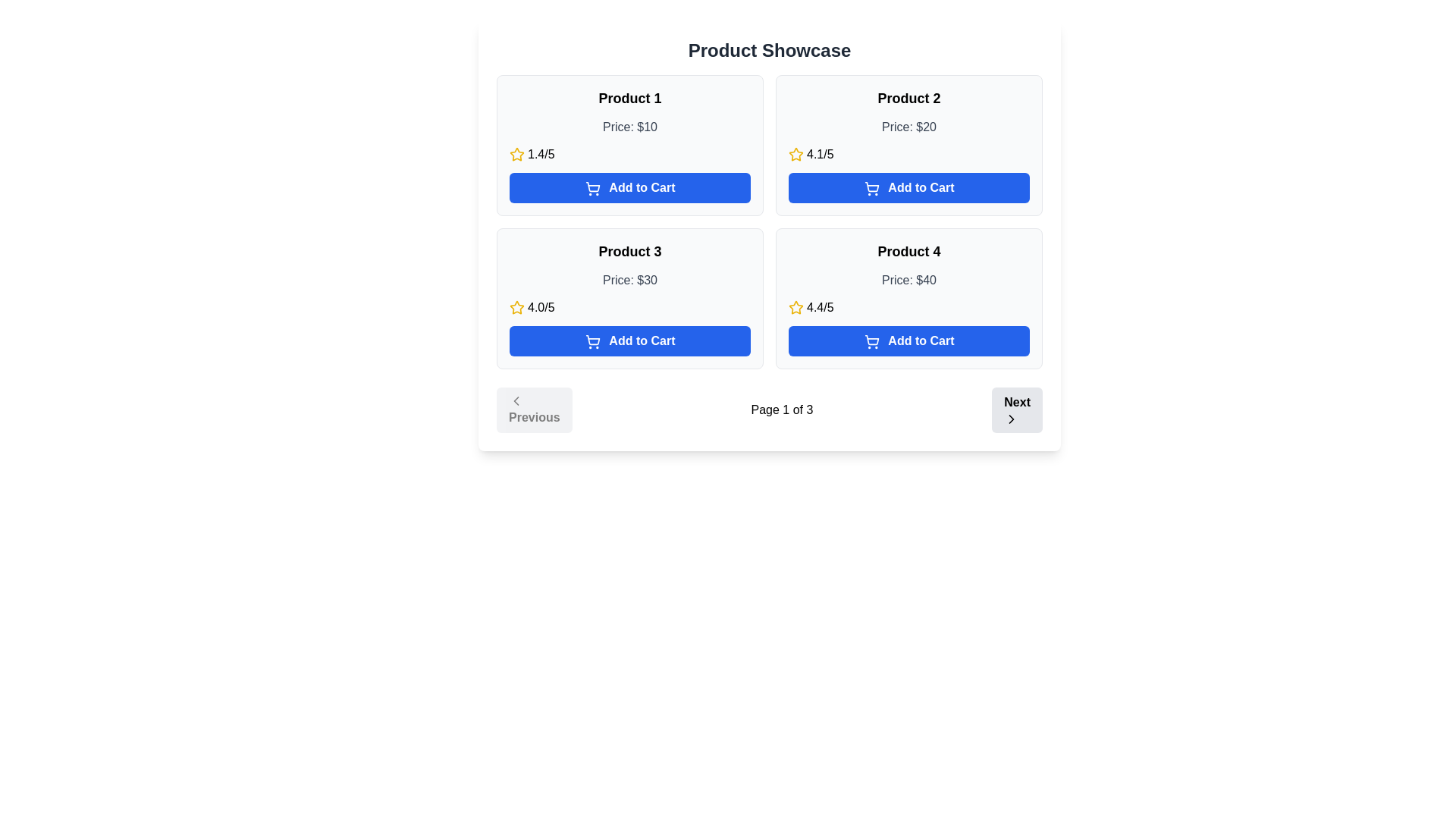 Image resolution: width=1456 pixels, height=819 pixels. I want to click on the pagination control icon labeled 'Previous' located at the bottom left of the page, so click(516, 400).